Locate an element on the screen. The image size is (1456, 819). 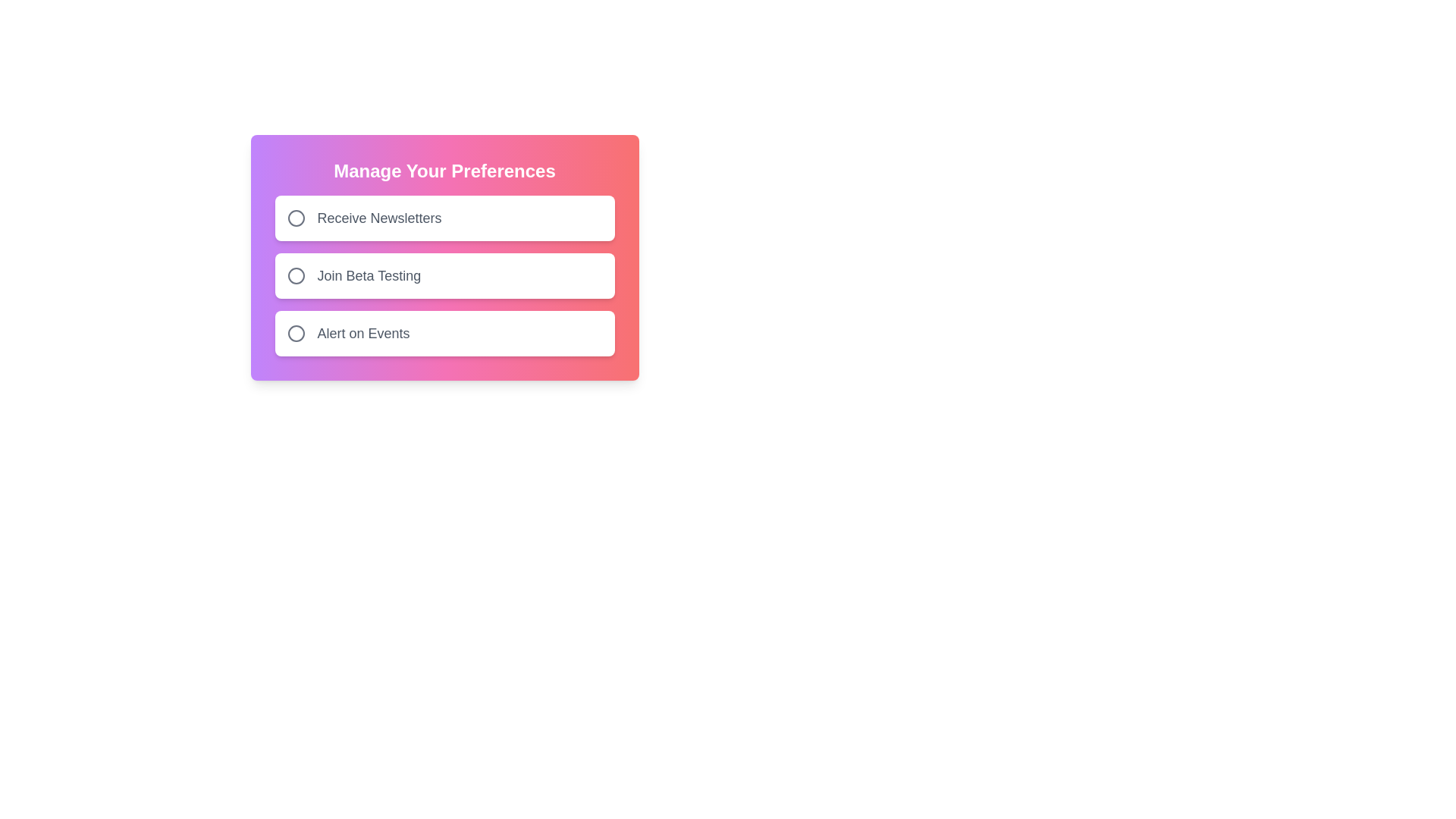
the 'Receive Newsletters' radio button to observe potential styling changes, which is the first element in the row within the white card on a purple-to-pink gradient background is located at coordinates (296, 218).